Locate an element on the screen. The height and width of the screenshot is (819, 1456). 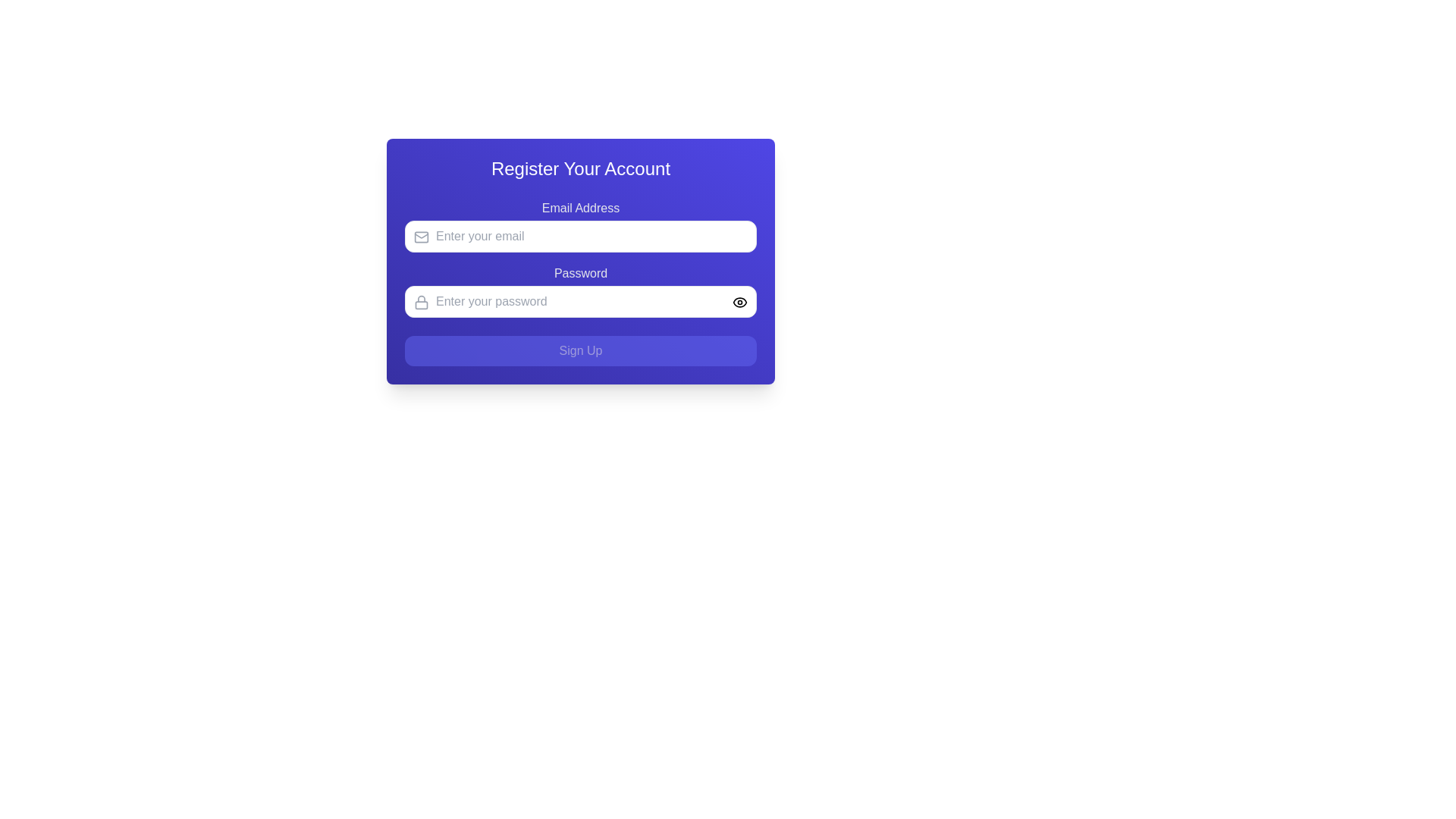
the lower rectangular part of the lock icon, which represents security and is located to the left of the 'Password' input field is located at coordinates (422, 304).